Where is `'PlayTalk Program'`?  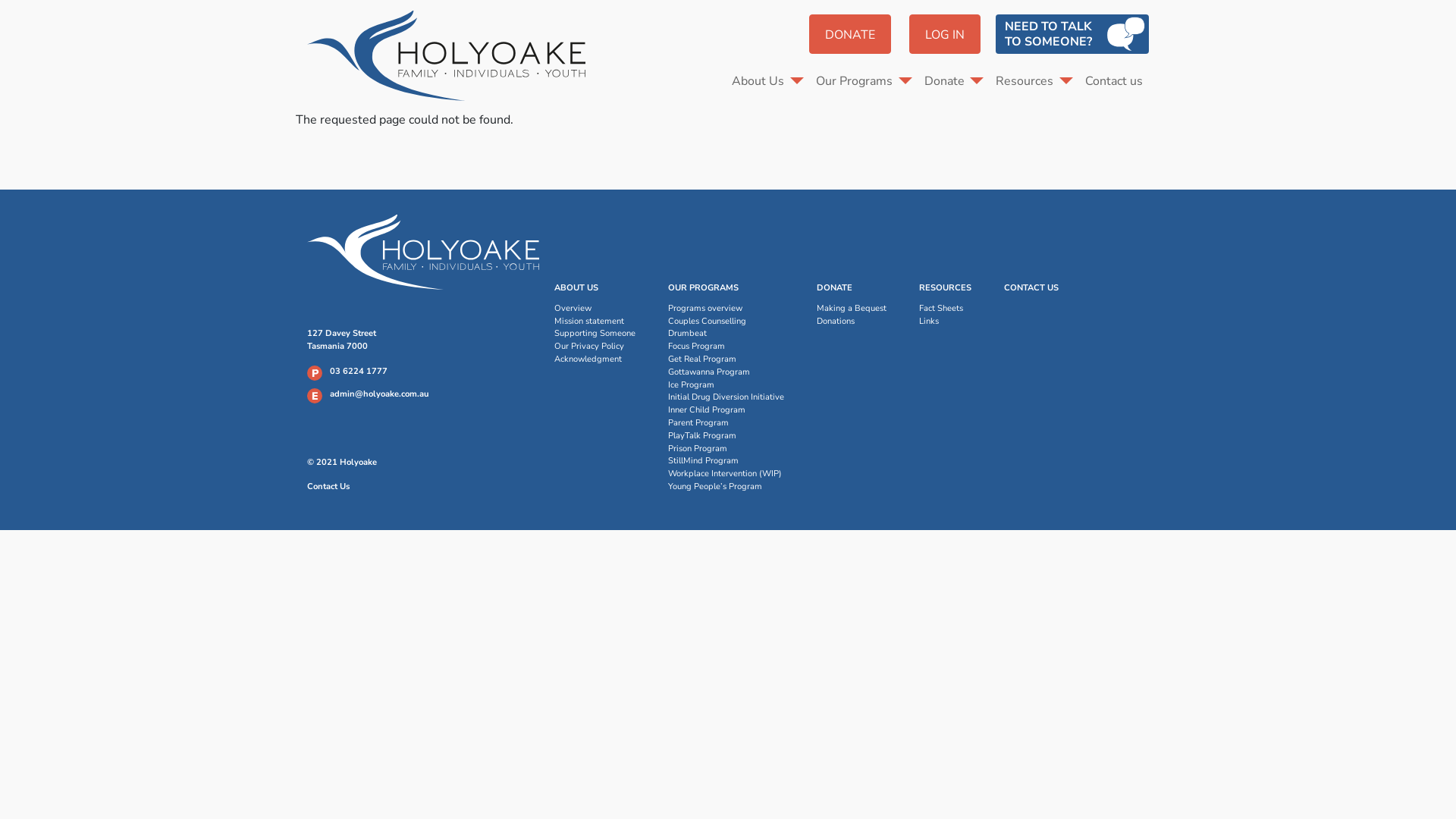
'PlayTalk Program' is located at coordinates (725, 436).